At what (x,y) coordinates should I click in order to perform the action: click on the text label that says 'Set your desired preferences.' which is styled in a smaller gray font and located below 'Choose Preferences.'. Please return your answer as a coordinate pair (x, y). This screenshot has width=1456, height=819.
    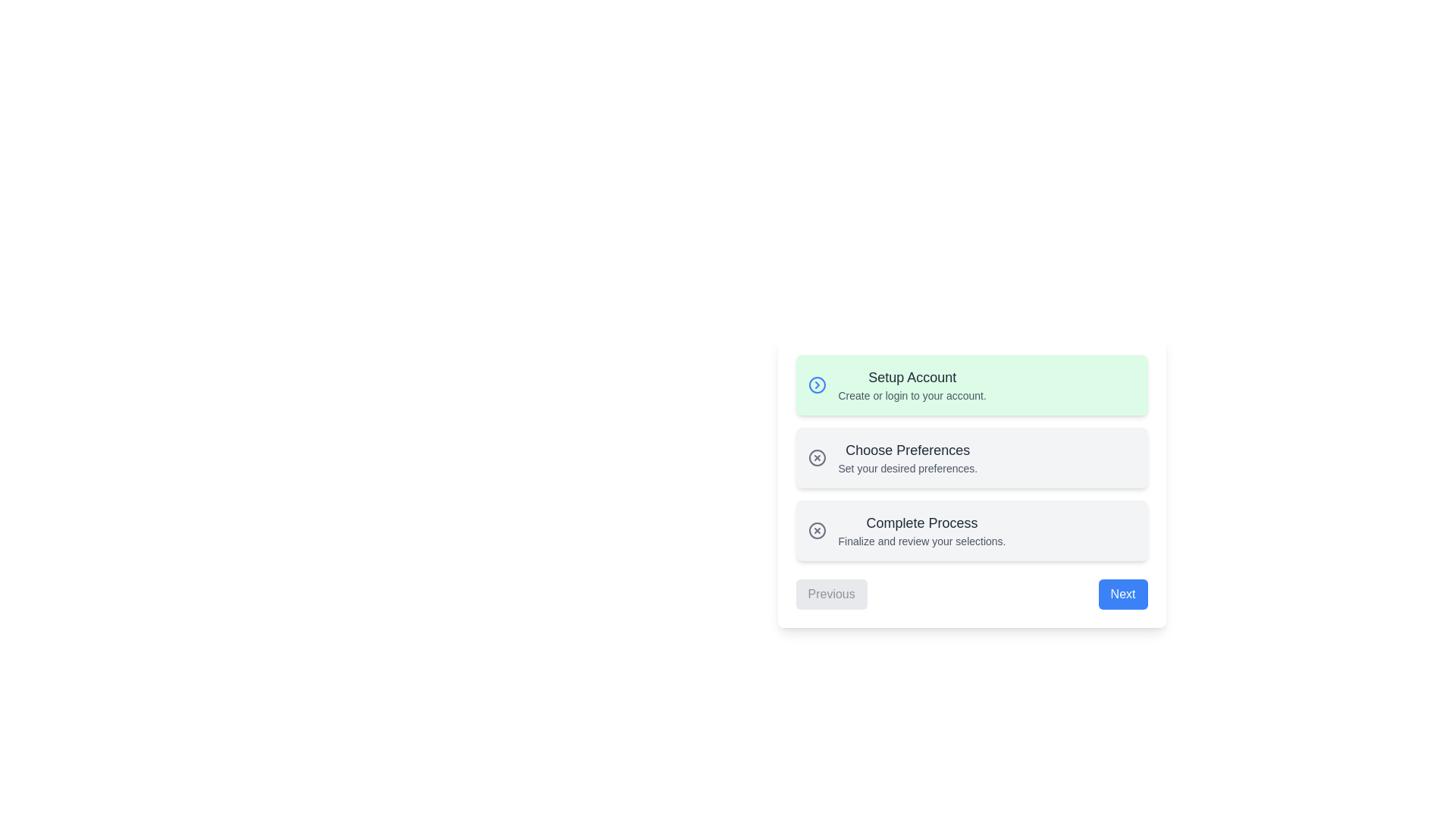
    Looking at the image, I should click on (908, 467).